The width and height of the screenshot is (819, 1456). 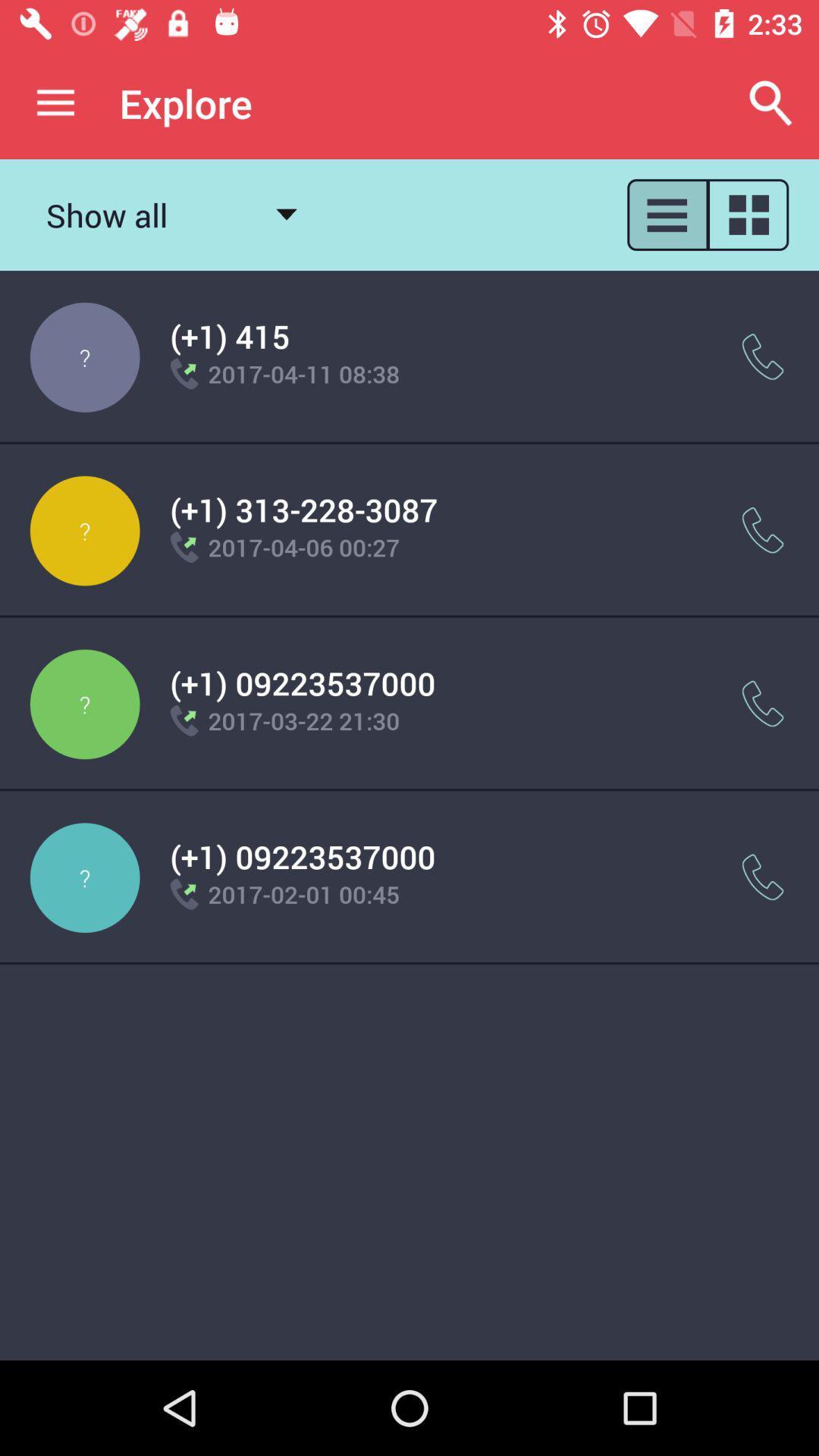 I want to click on list view, so click(x=666, y=214).